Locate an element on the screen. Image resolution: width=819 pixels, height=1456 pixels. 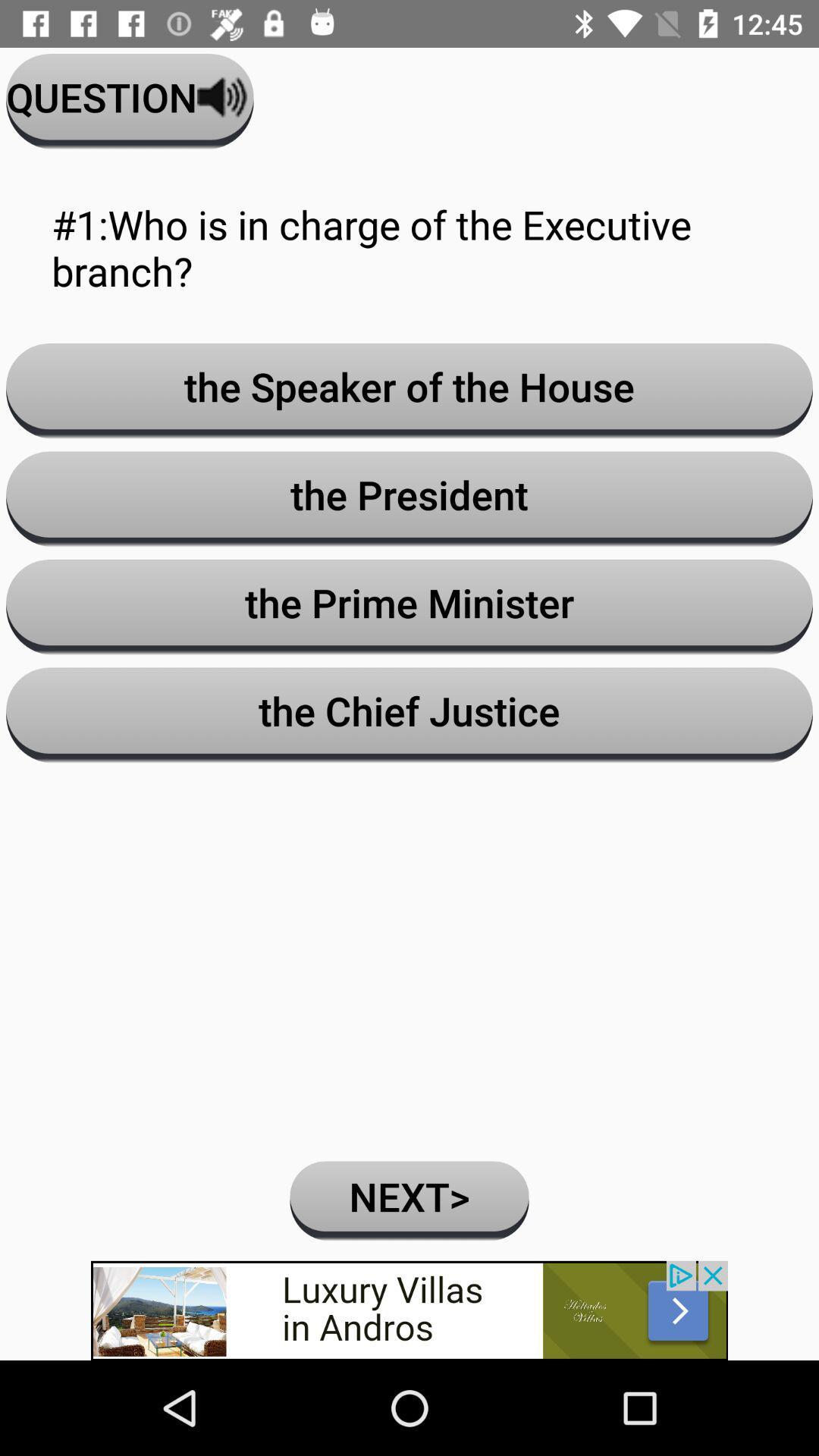
advertisement panel is located at coordinates (409, 1310).